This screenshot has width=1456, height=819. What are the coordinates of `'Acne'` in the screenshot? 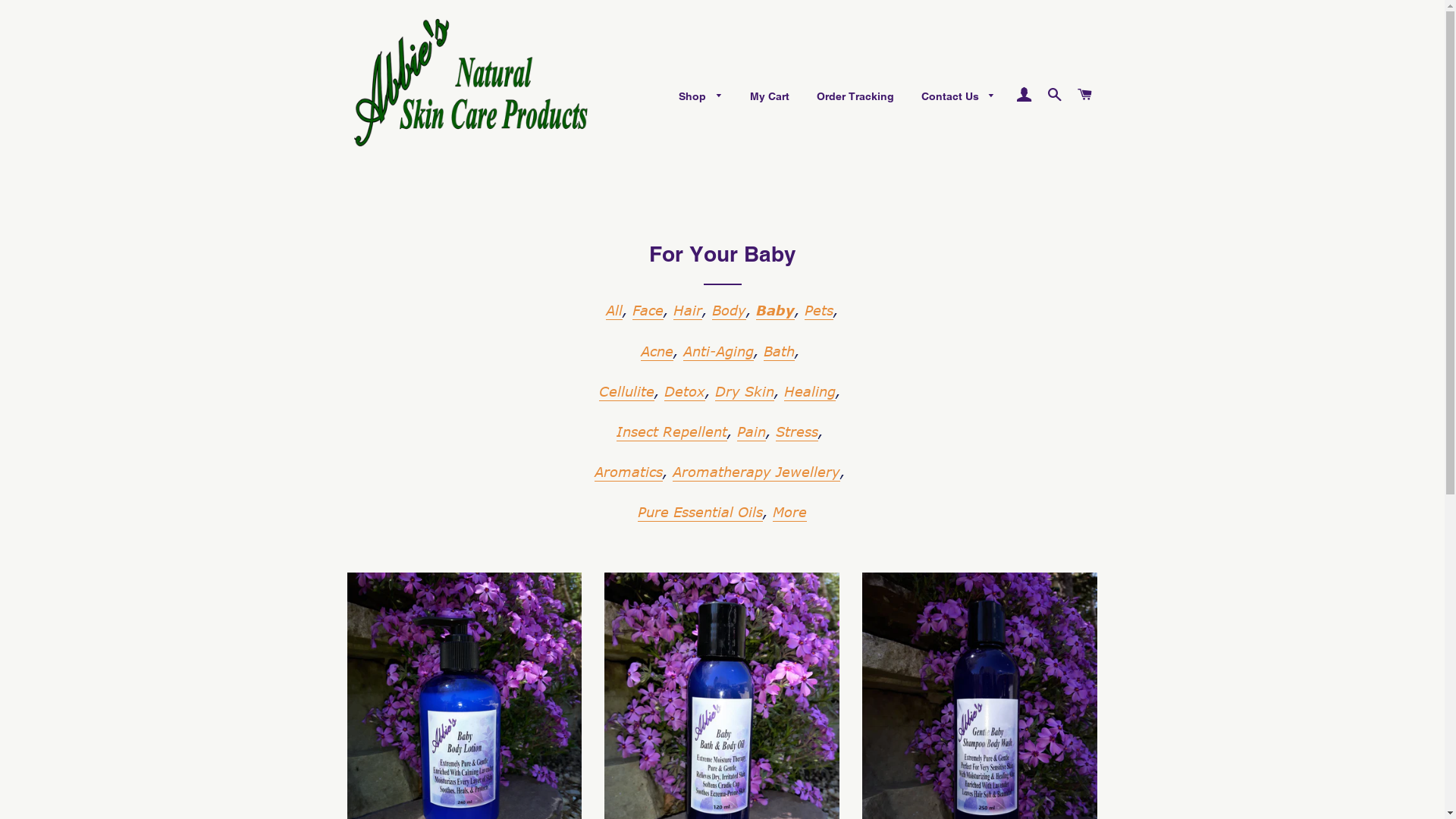 It's located at (656, 351).